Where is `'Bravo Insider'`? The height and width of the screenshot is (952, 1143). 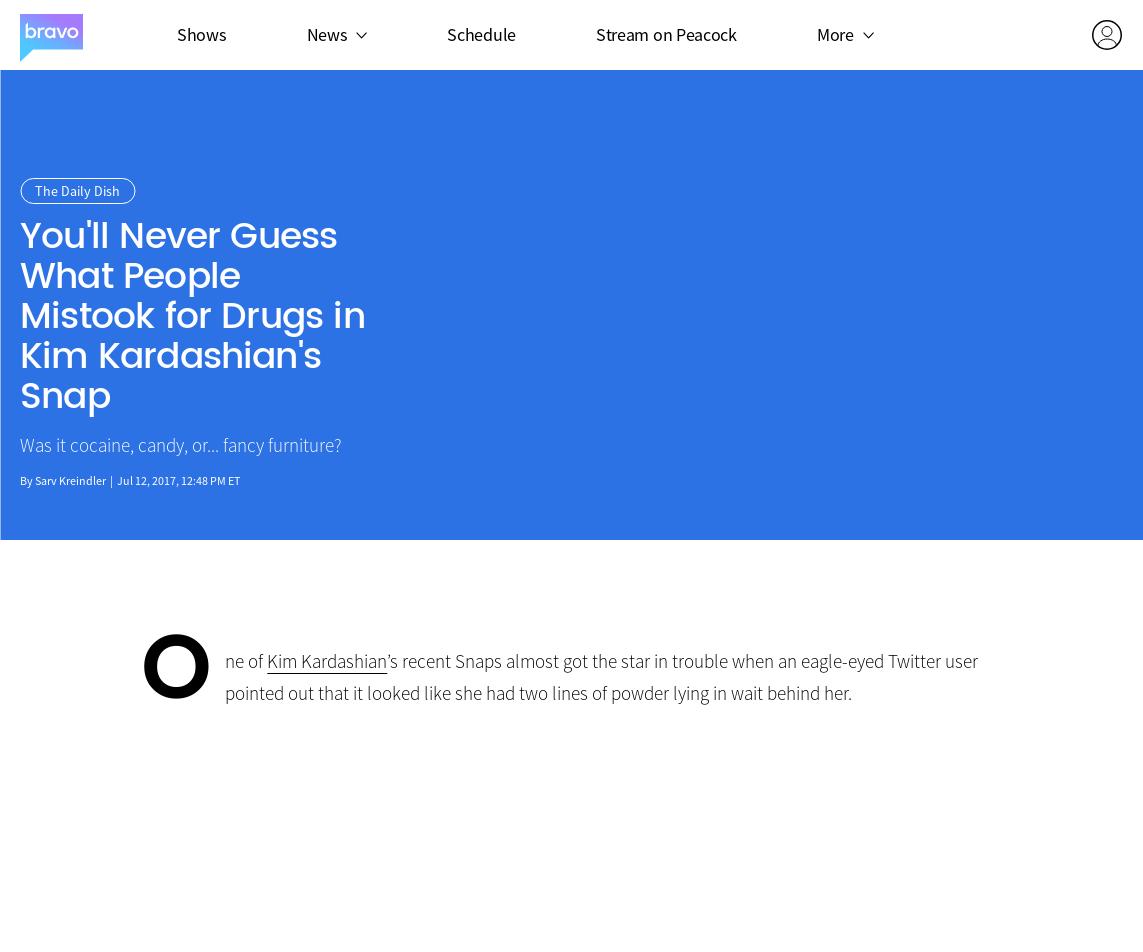 'Bravo Insider' is located at coordinates (803, 146).